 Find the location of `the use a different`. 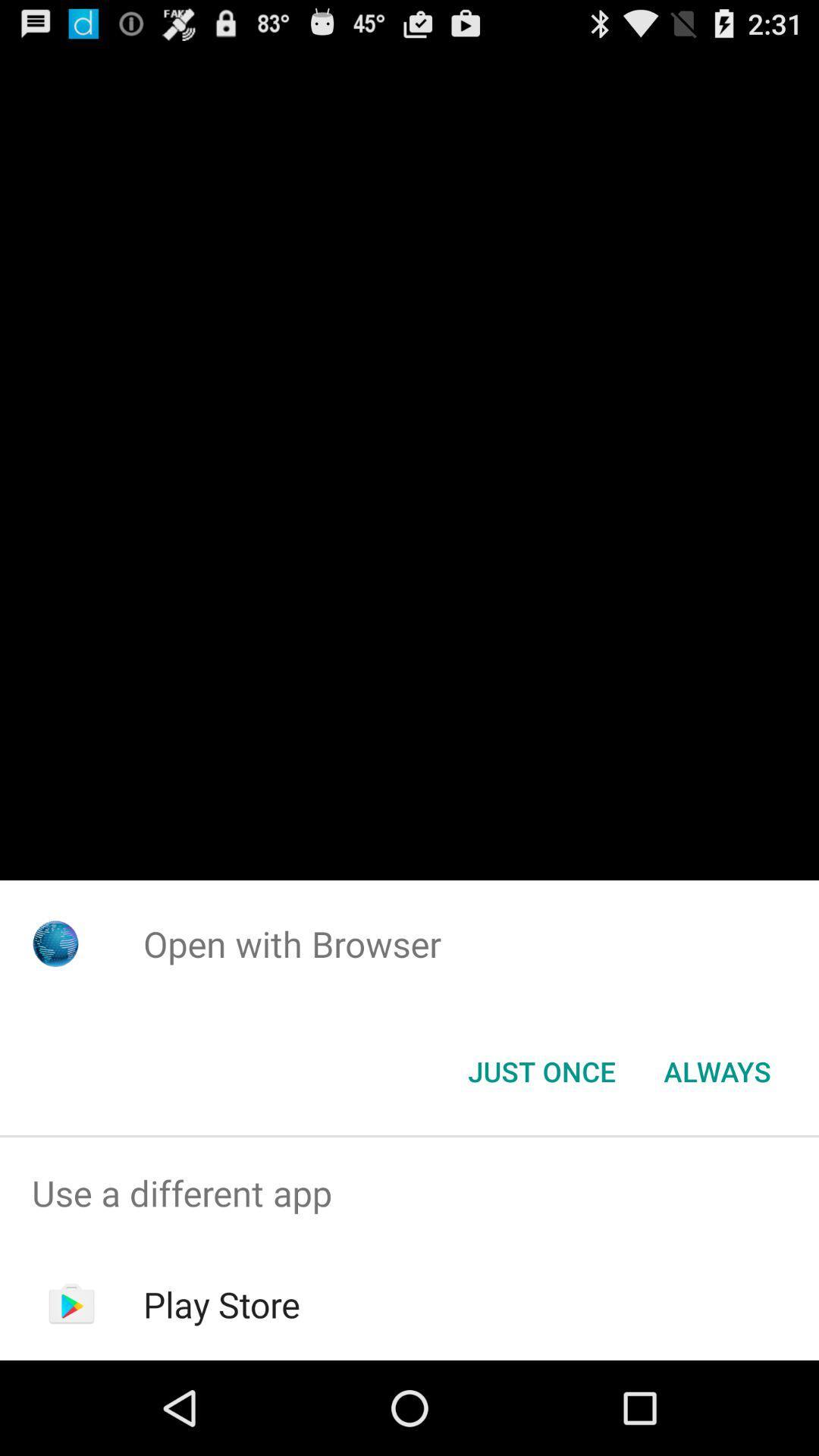

the use a different is located at coordinates (409, 1192).